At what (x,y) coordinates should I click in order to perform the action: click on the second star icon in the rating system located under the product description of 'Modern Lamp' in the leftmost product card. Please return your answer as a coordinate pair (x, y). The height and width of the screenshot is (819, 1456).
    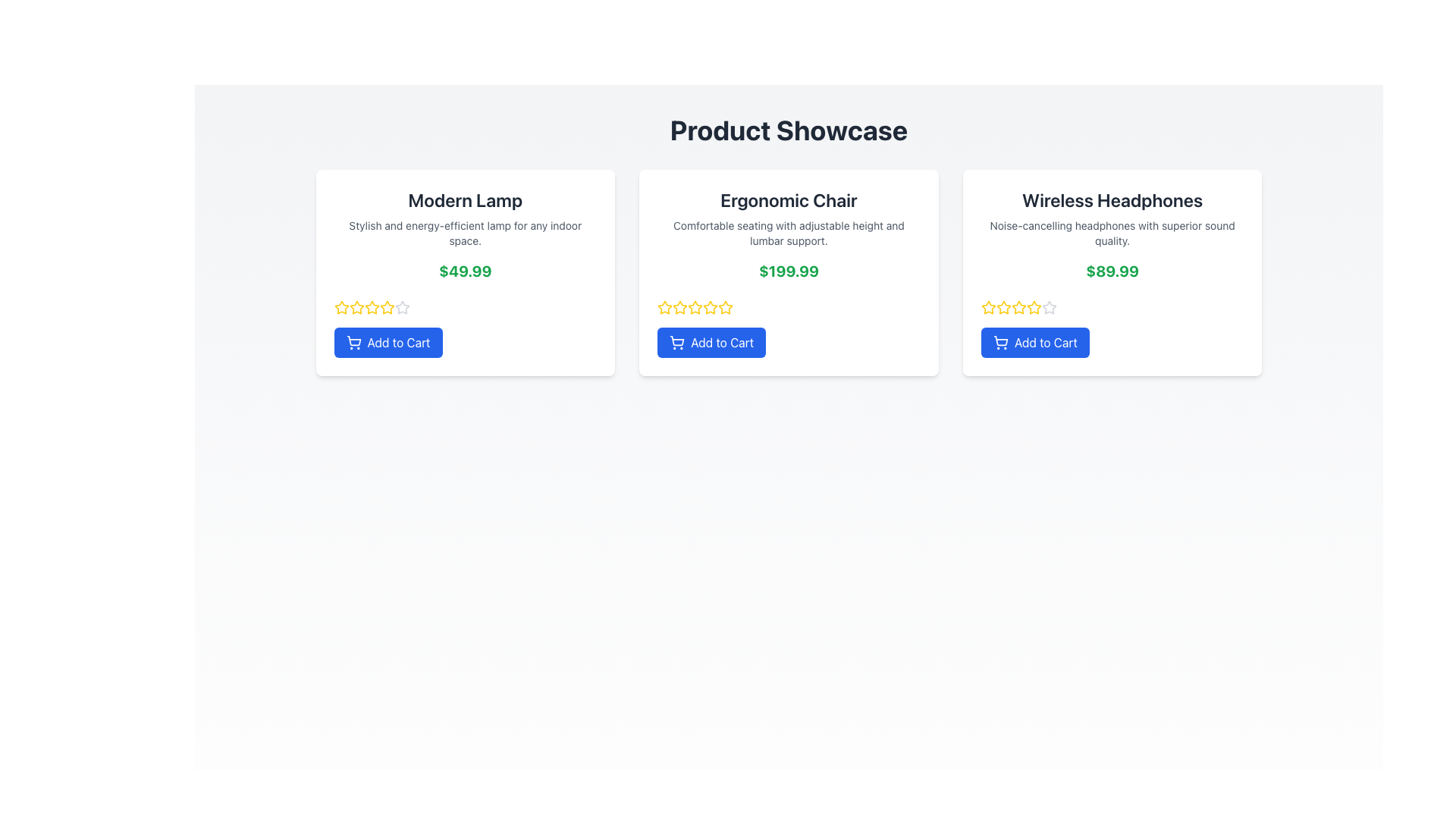
    Looking at the image, I should click on (340, 307).